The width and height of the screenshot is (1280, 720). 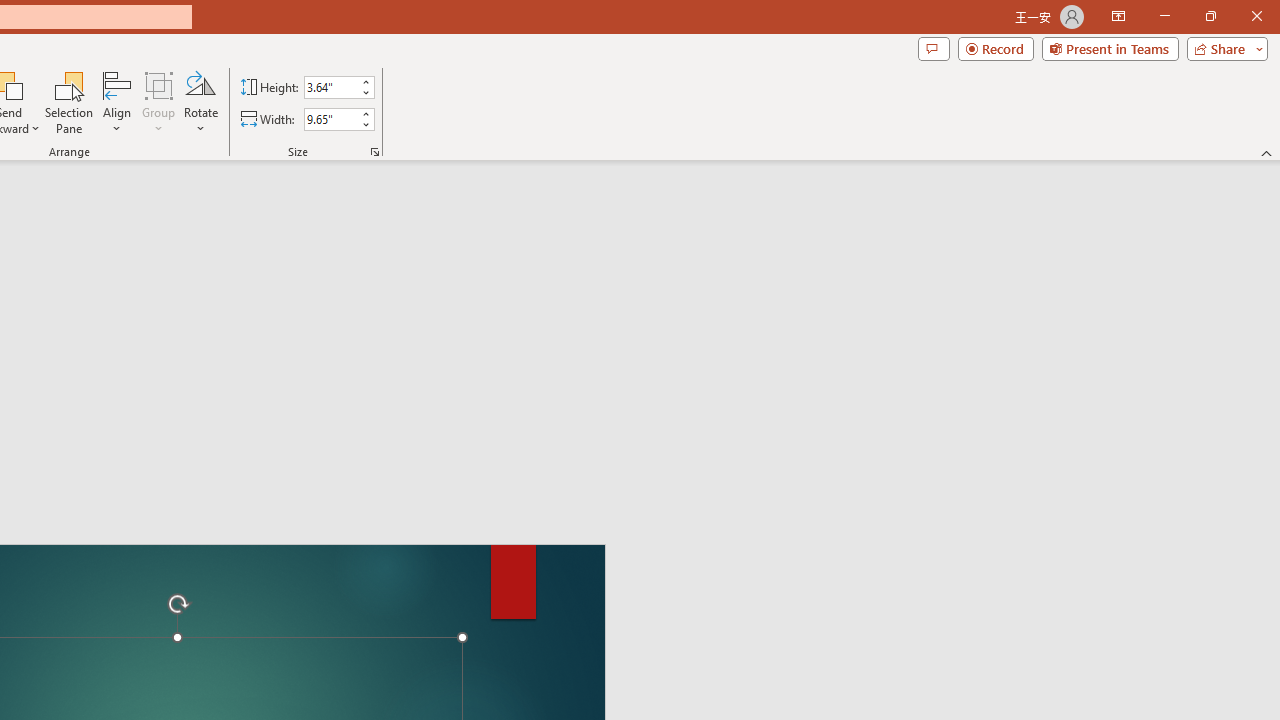 What do you see at coordinates (375, 150) in the screenshot?
I see `'Size and Position...'` at bounding box center [375, 150].